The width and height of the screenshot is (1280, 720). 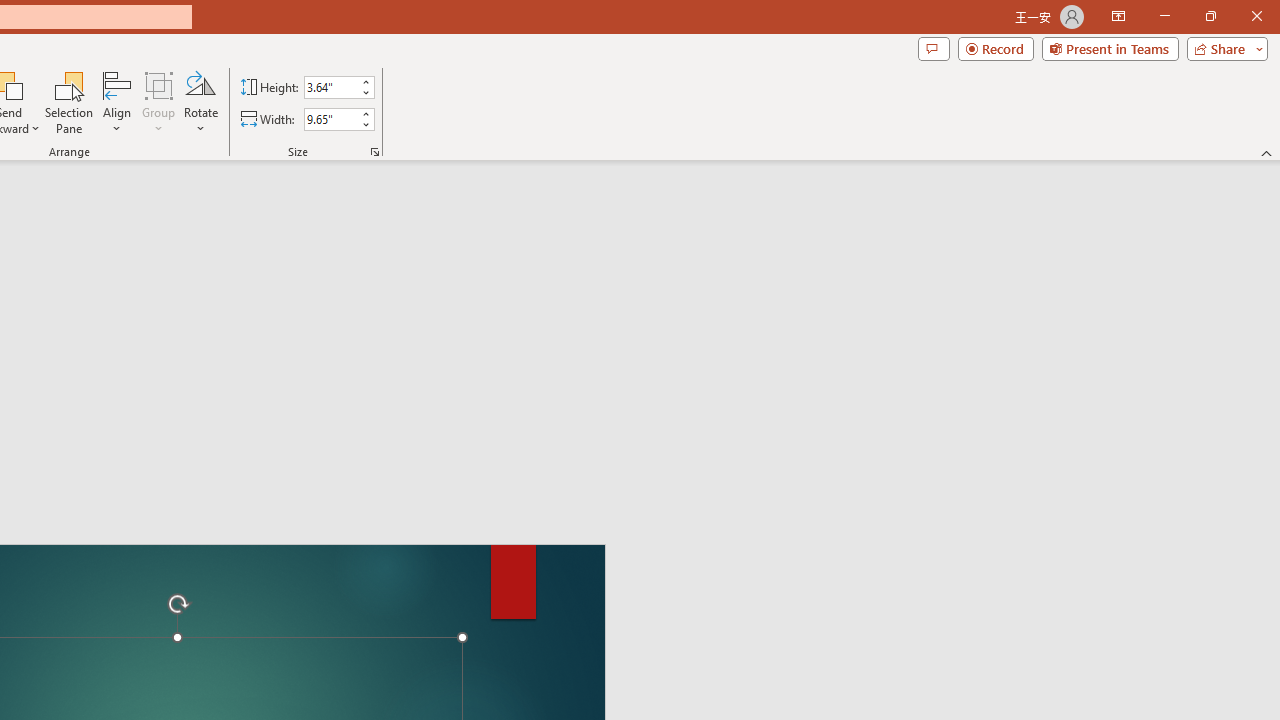 What do you see at coordinates (375, 150) in the screenshot?
I see `'Size and Position...'` at bounding box center [375, 150].